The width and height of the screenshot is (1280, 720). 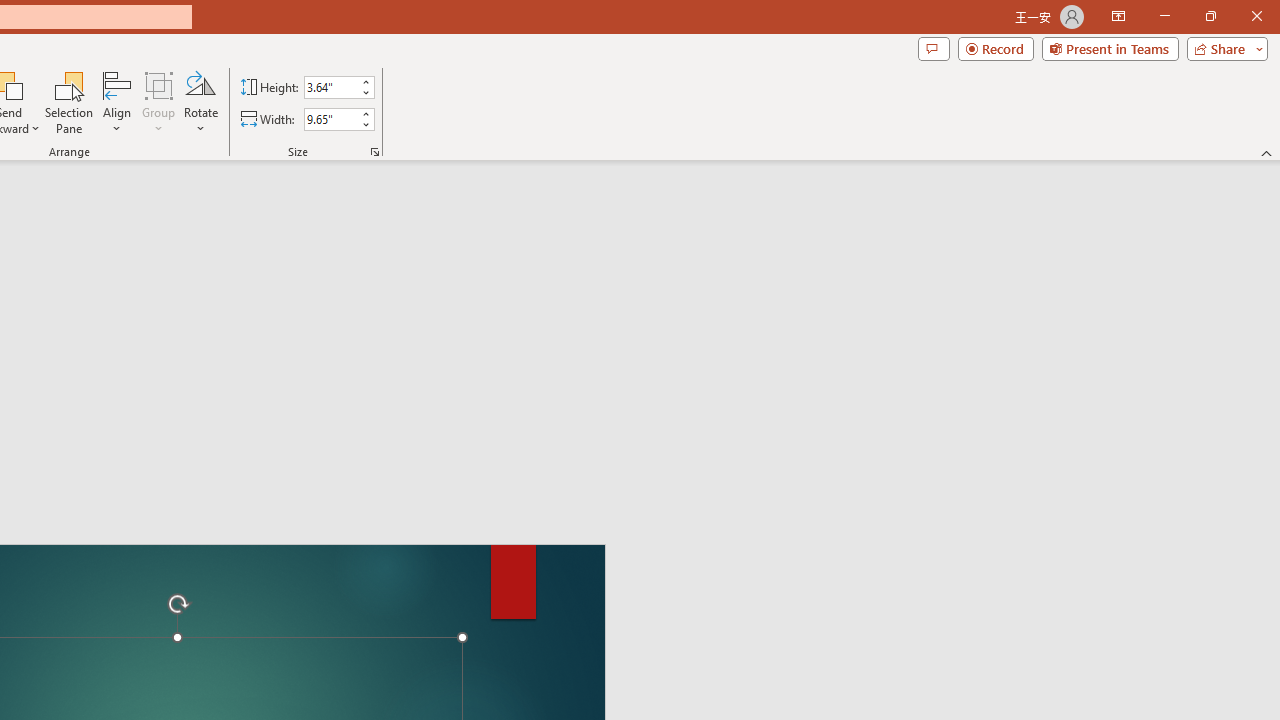 What do you see at coordinates (375, 150) in the screenshot?
I see `'Size and Position...'` at bounding box center [375, 150].